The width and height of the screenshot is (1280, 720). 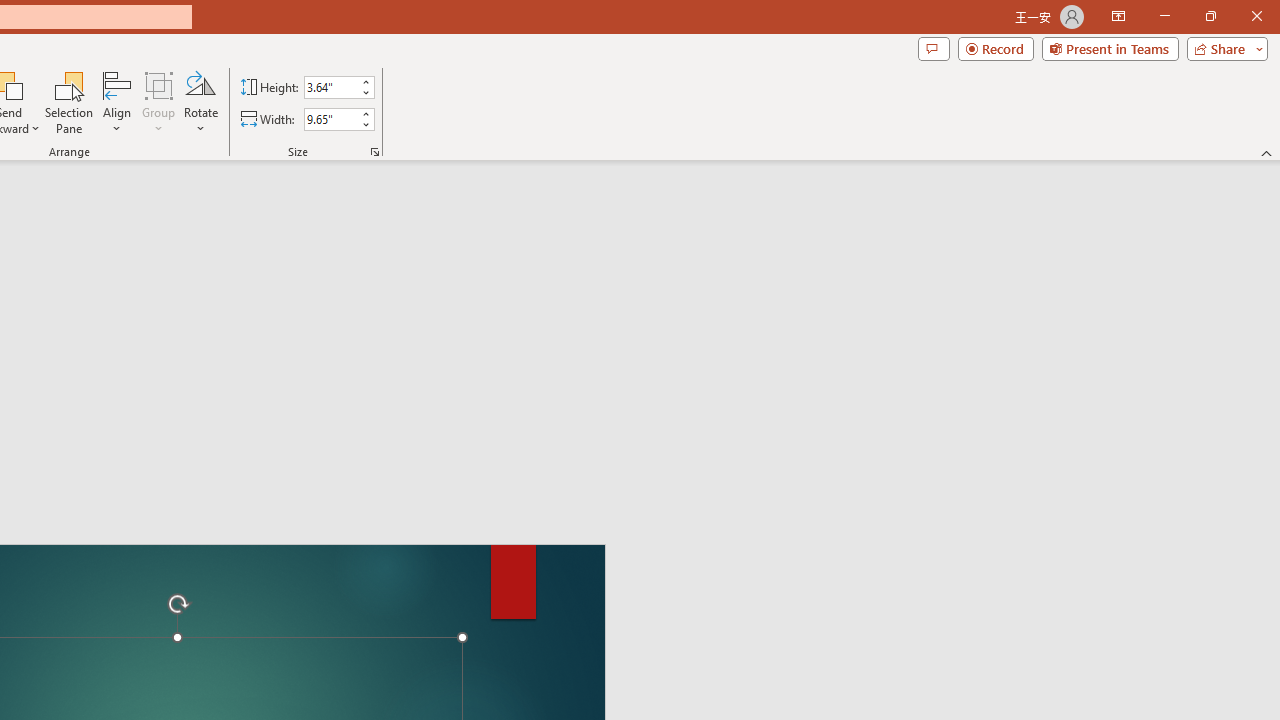 What do you see at coordinates (375, 150) in the screenshot?
I see `'Size and Position...'` at bounding box center [375, 150].